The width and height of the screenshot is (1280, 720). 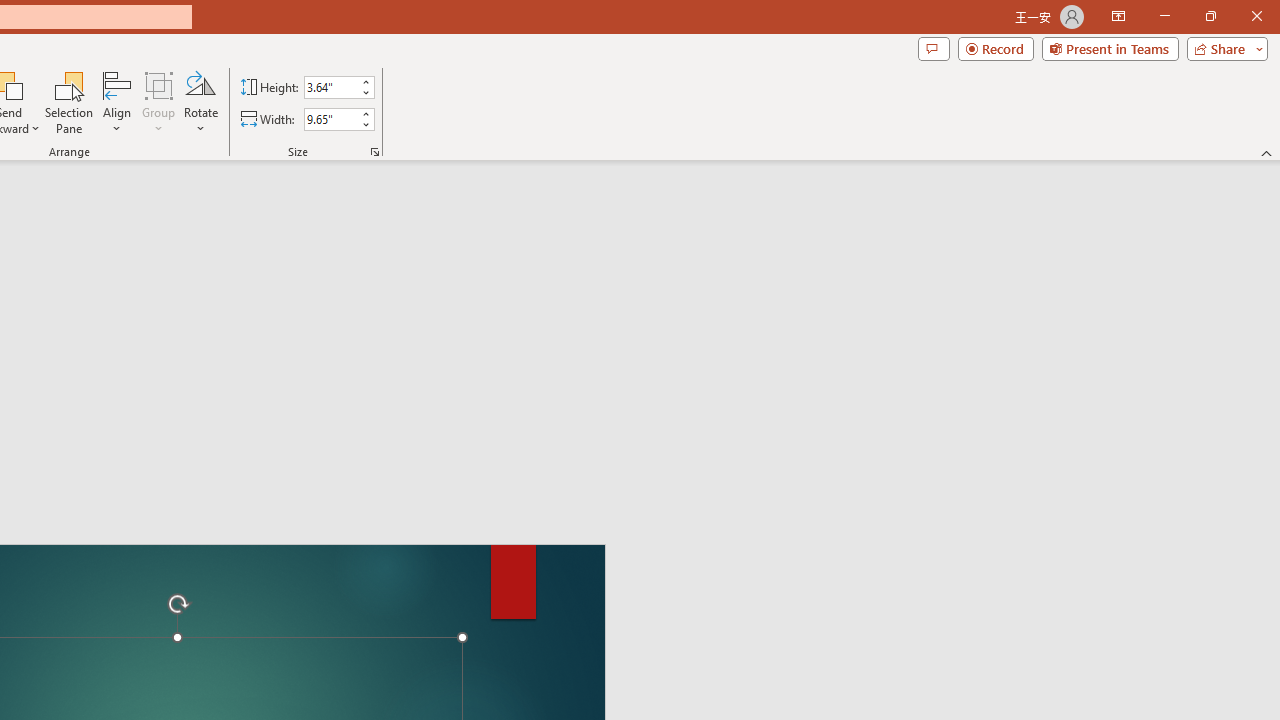 What do you see at coordinates (375, 150) in the screenshot?
I see `'Size and Position...'` at bounding box center [375, 150].